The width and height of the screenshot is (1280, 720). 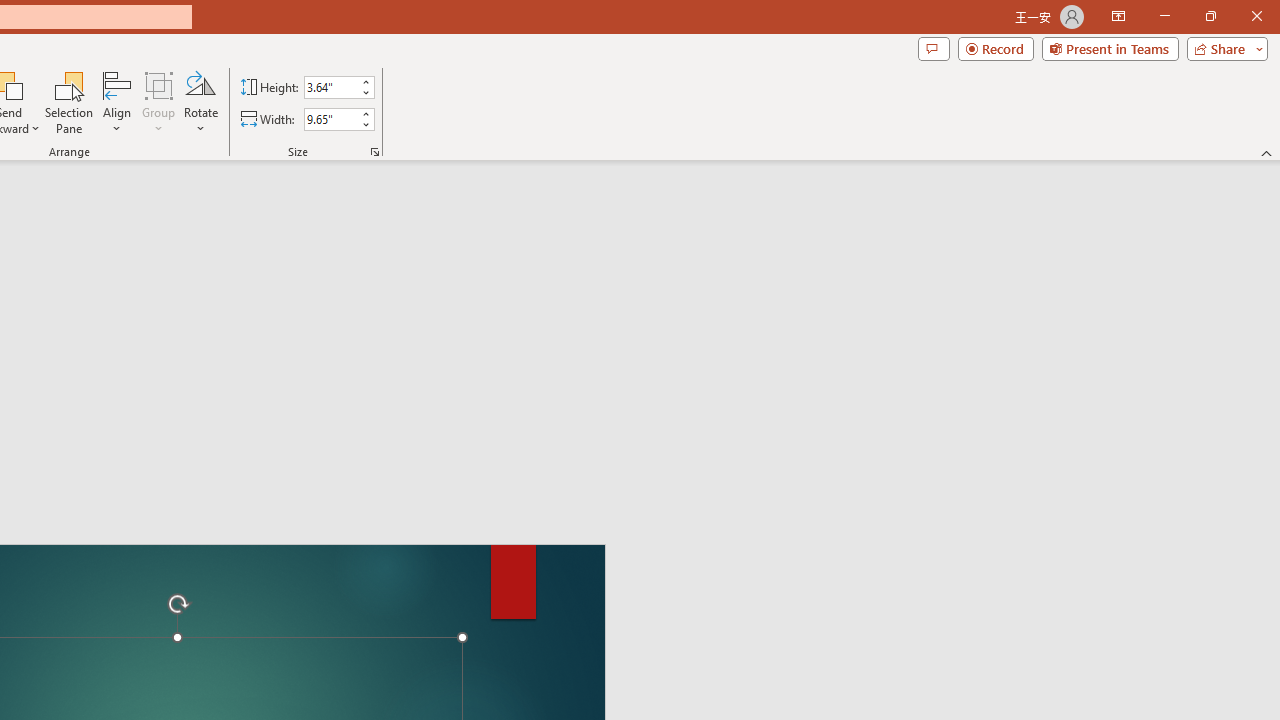 What do you see at coordinates (375, 150) in the screenshot?
I see `'Size and Position...'` at bounding box center [375, 150].